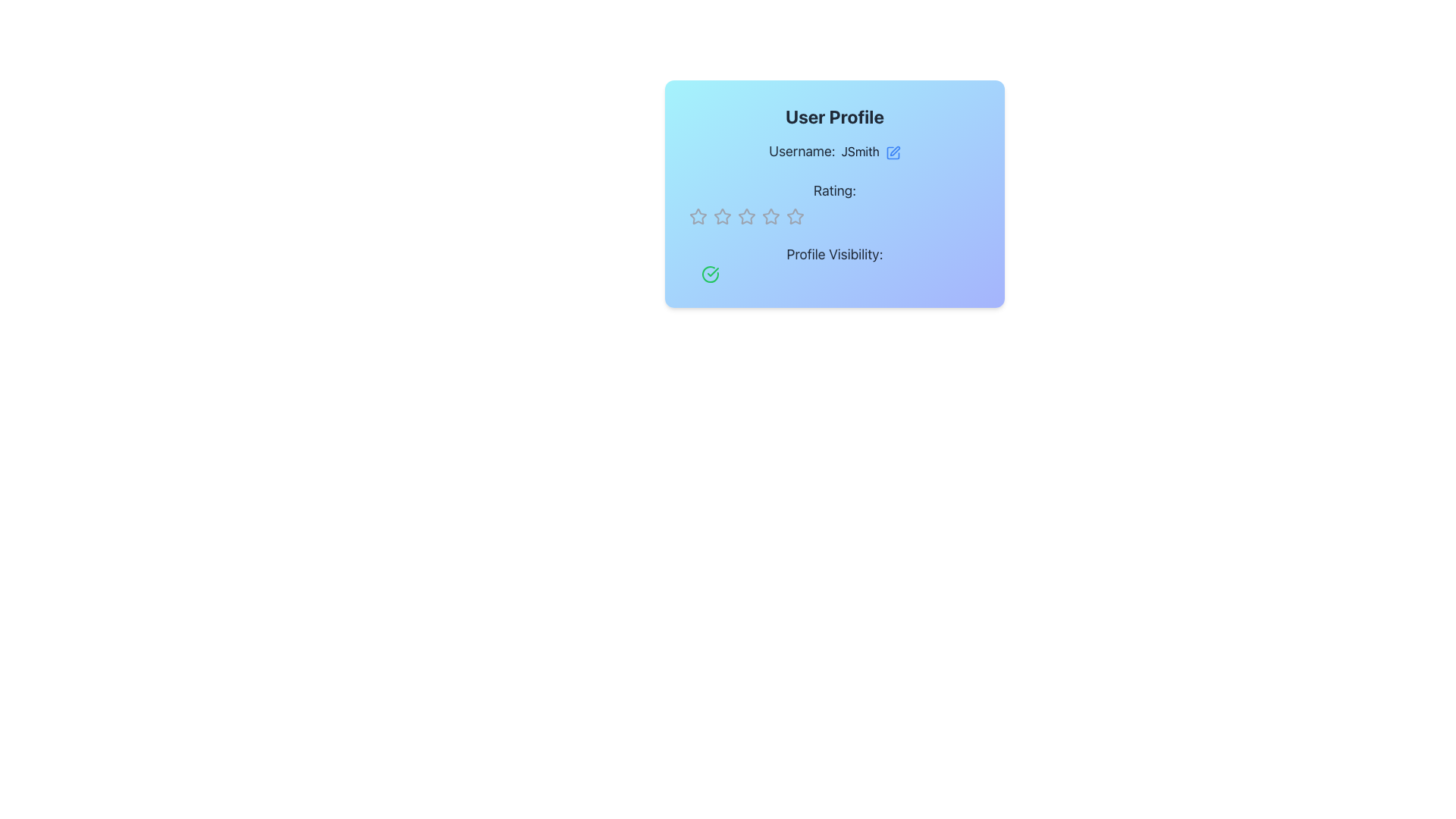  What do you see at coordinates (698, 216) in the screenshot?
I see `the first clickable star icon for rating located under the 'Rating' label in the card layout` at bounding box center [698, 216].